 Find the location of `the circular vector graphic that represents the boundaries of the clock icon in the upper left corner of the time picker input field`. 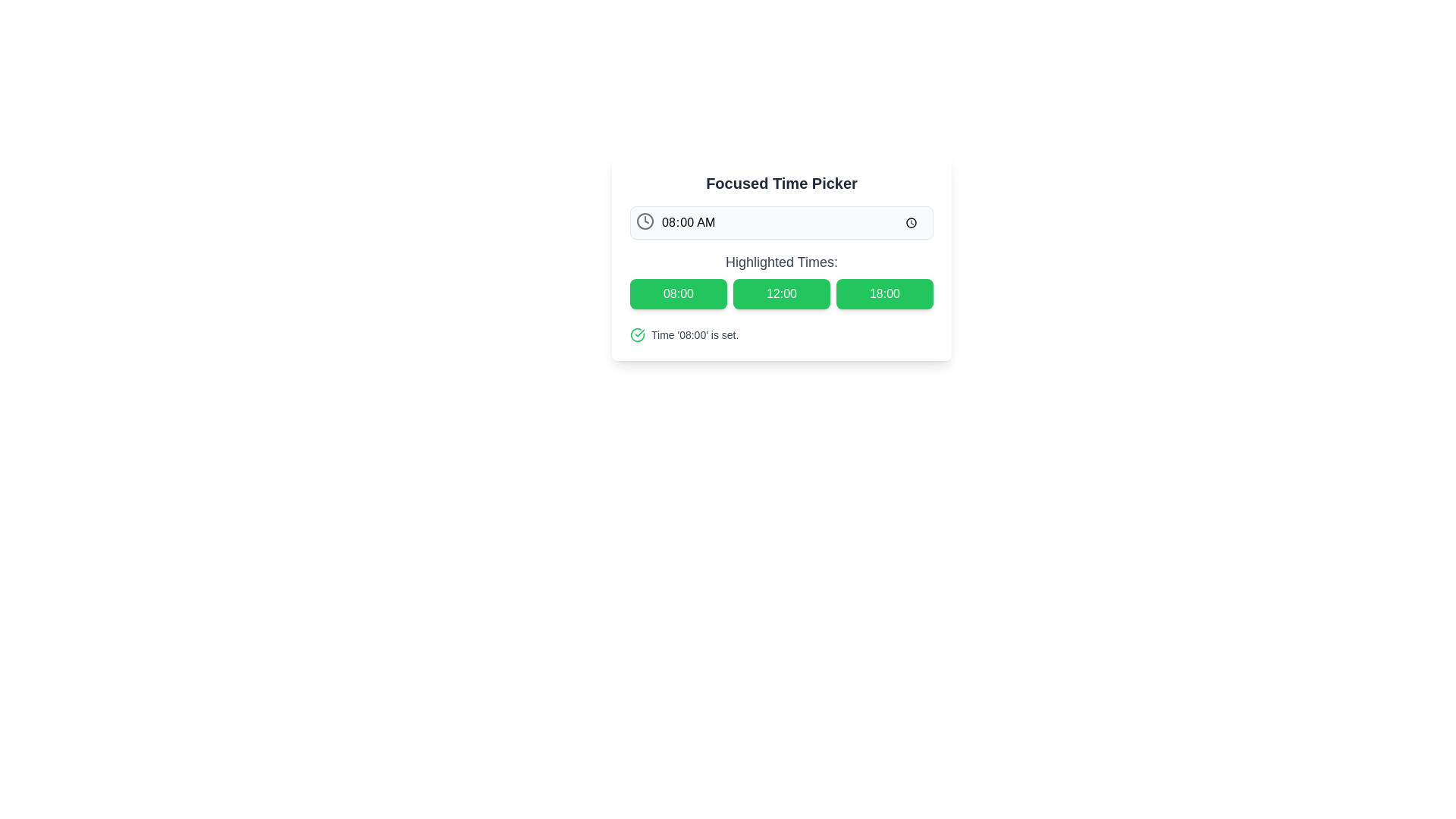

the circular vector graphic that represents the boundaries of the clock icon in the upper left corner of the time picker input field is located at coordinates (645, 221).